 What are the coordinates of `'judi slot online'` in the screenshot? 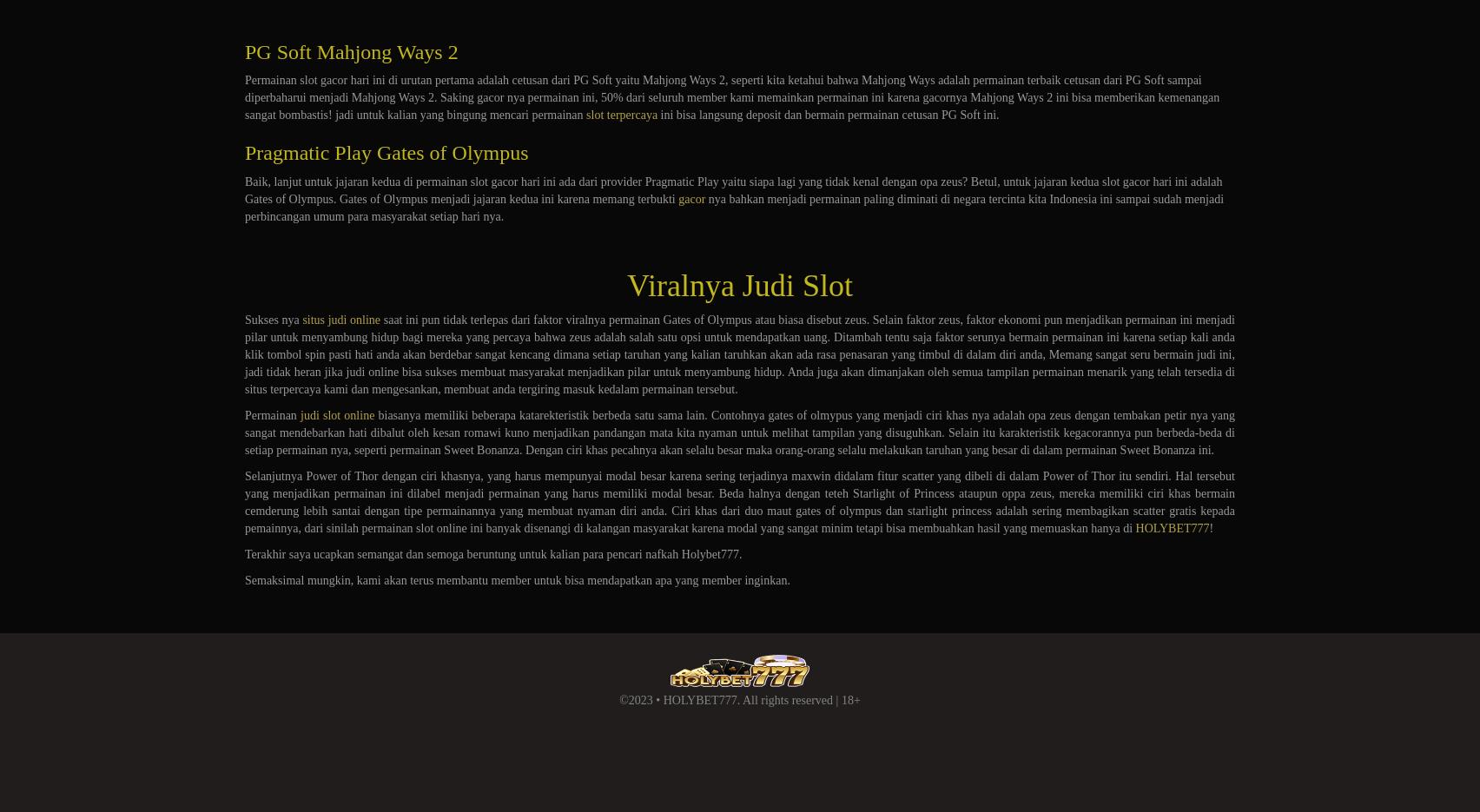 It's located at (336, 415).